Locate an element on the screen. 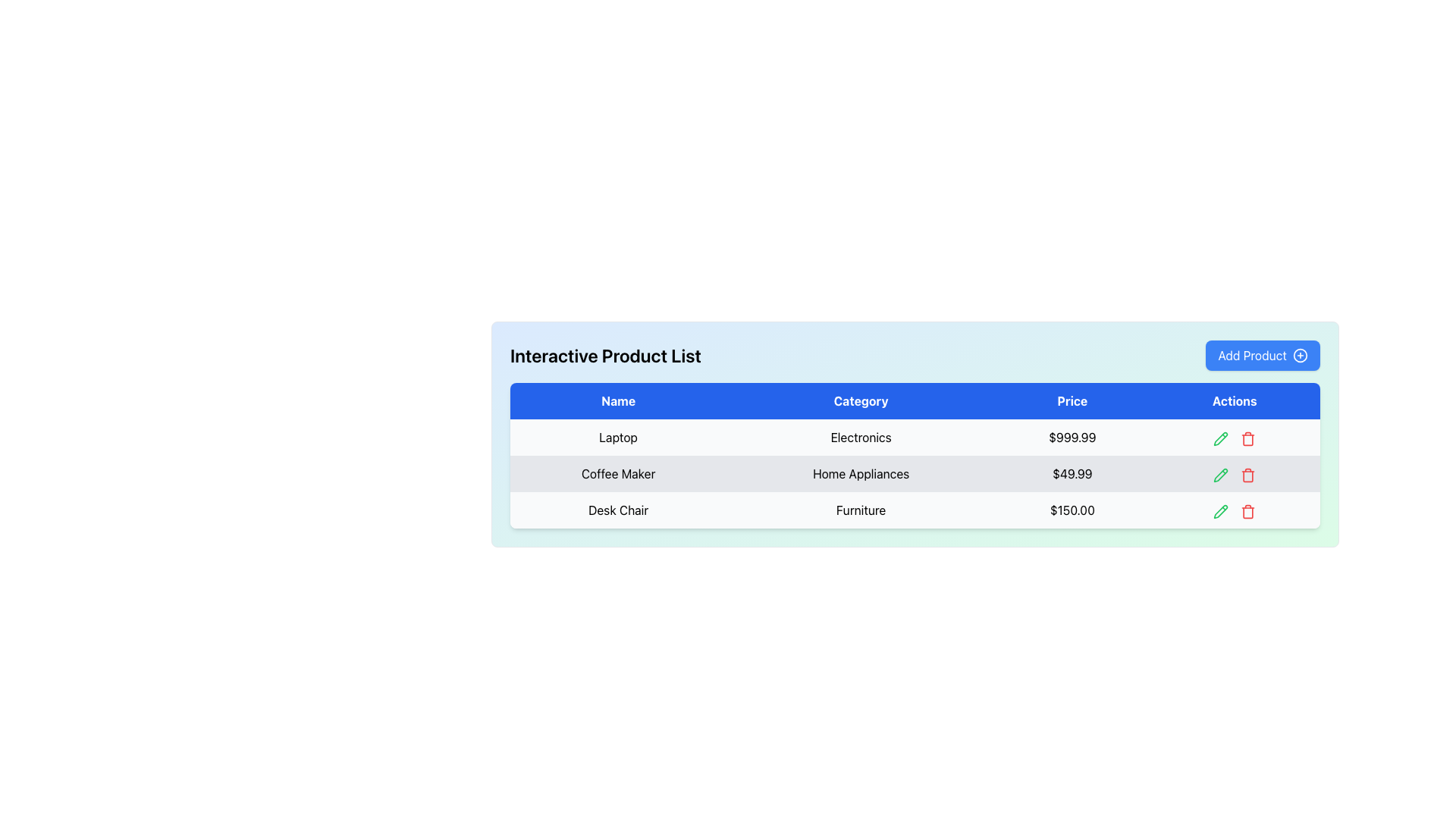  the trash bin icon button located in the Actions column of the first row in the table is located at coordinates (1248, 438).